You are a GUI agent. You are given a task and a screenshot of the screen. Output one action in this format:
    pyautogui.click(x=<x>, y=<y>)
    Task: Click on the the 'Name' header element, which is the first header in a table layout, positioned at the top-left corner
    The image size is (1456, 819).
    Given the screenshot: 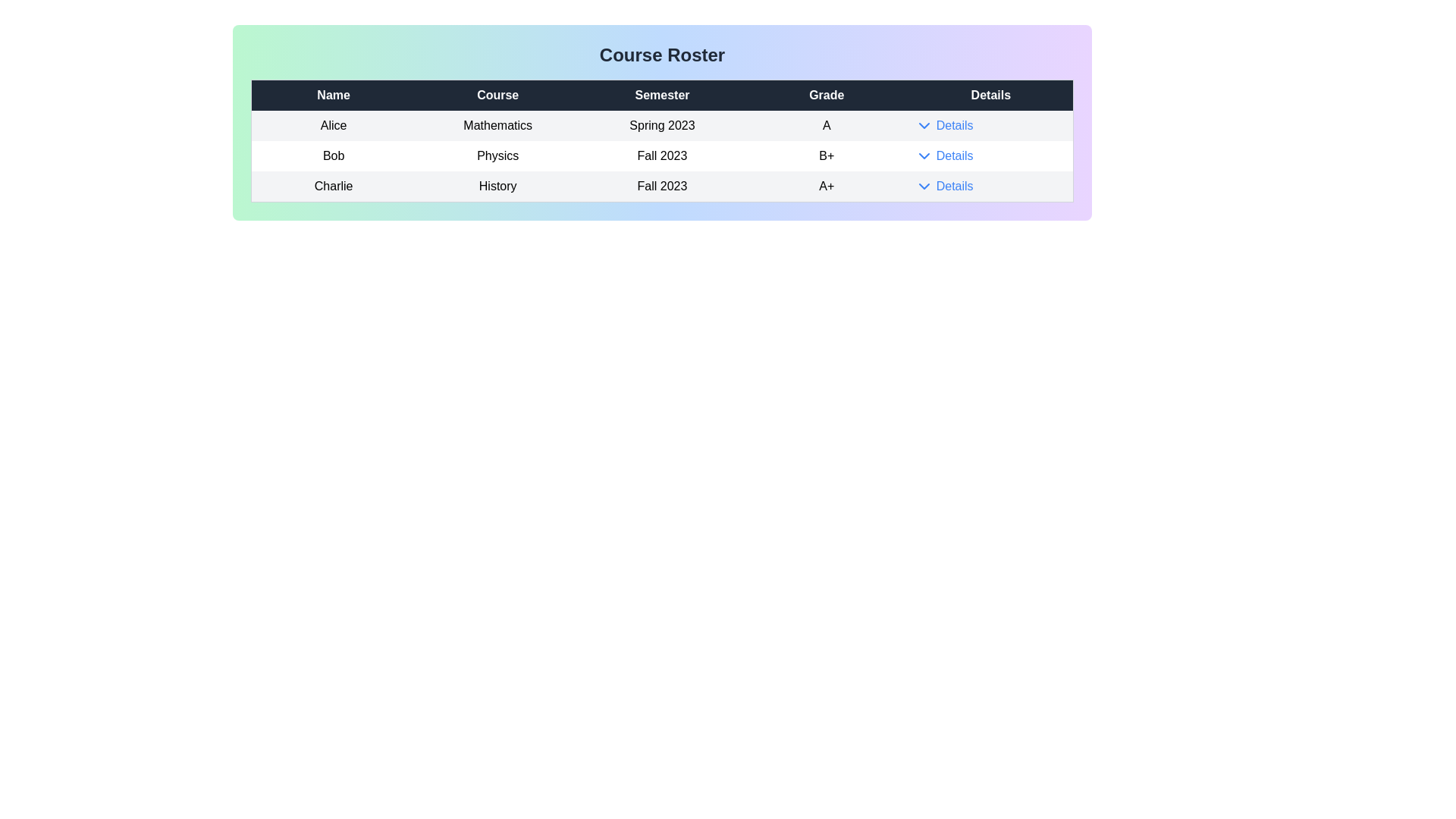 What is the action you would take?
    pyautogui.click(x=332, y=95)
    